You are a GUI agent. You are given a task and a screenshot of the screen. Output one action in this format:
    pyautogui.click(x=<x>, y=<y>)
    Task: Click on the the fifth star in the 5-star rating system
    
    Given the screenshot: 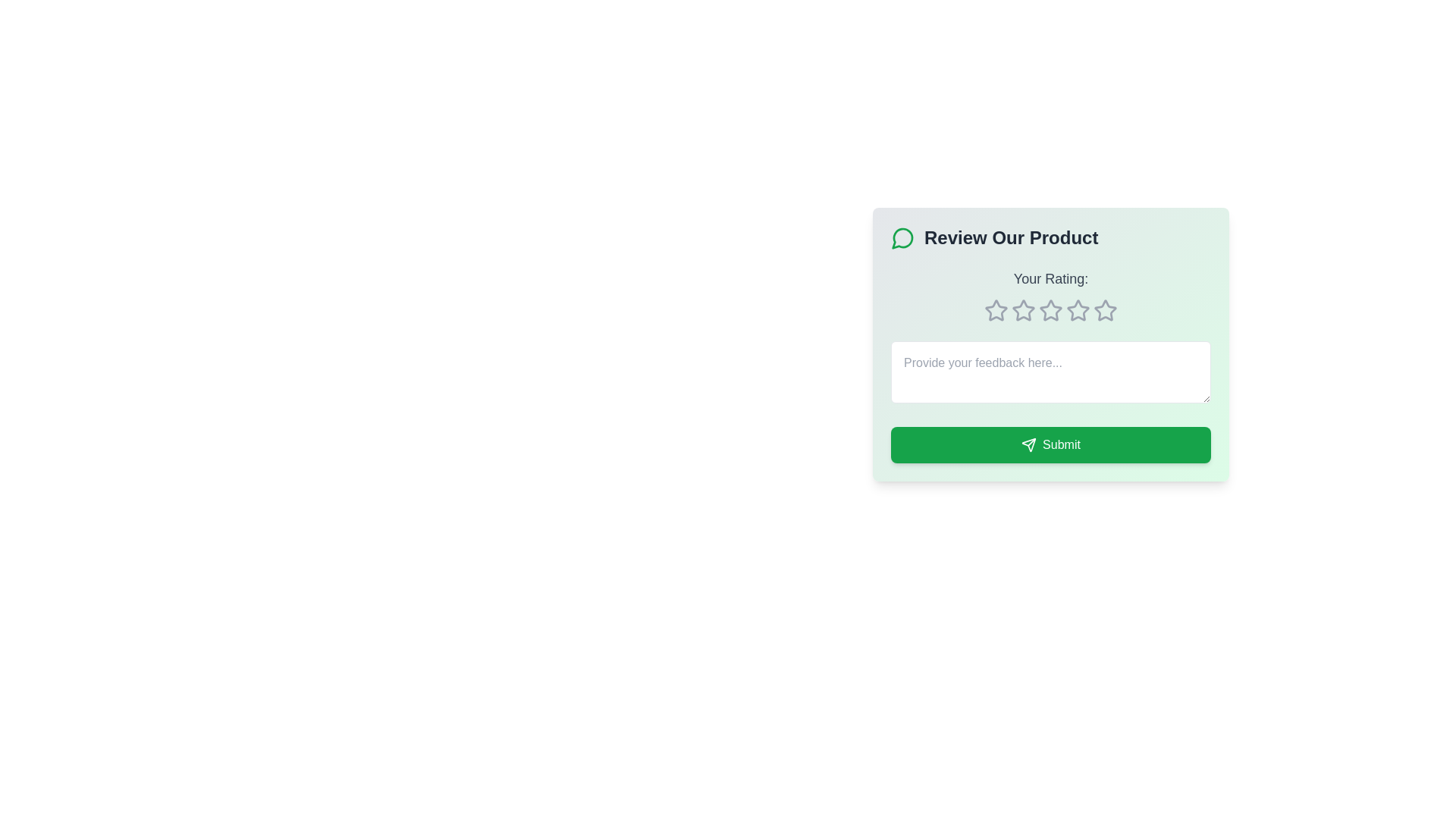 What is the action you would take?
    pyautogui.click(x=1106, y=309)
    